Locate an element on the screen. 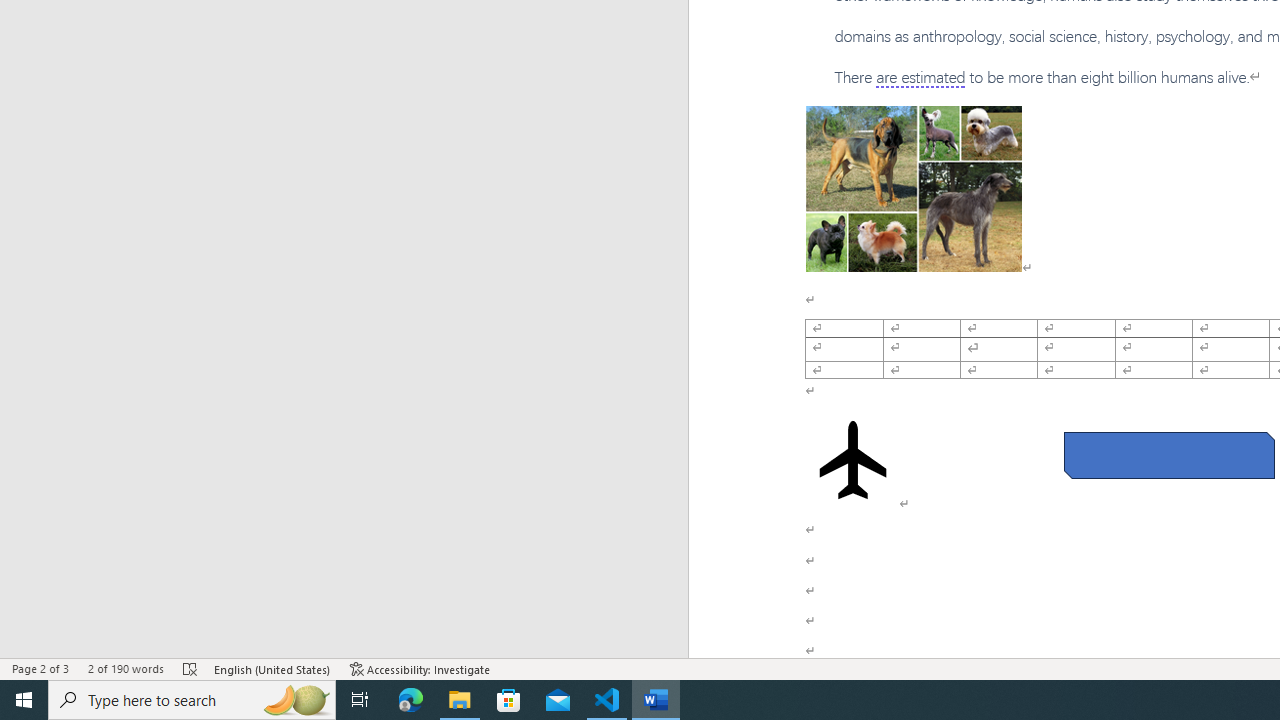  'Accessibility Checker Accessibility: Investigate' is located at coordinates (419, 669).